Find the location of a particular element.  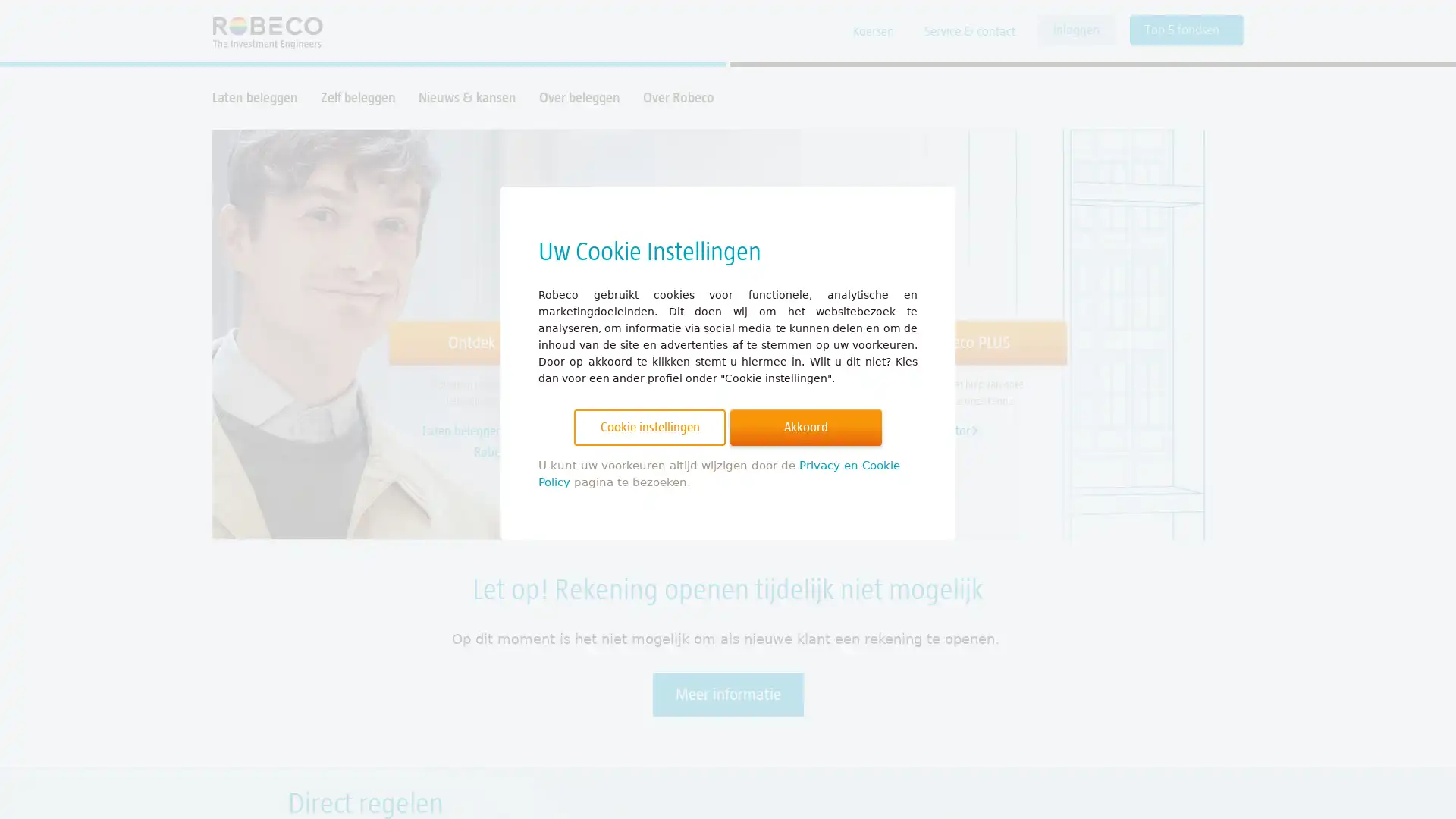

Over Robeco is located at coordinates (677, 97).